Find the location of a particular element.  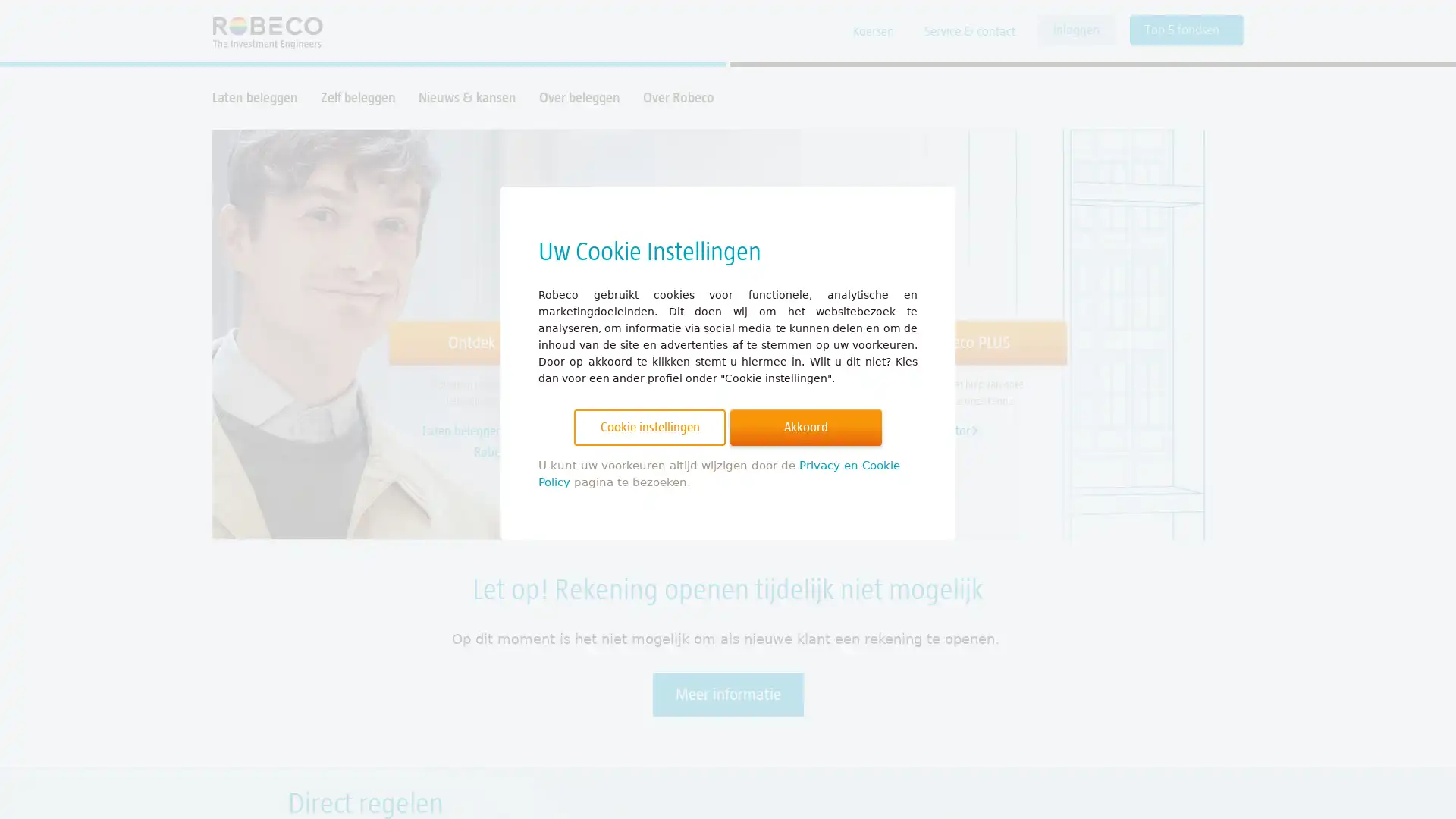

Over Robeco is located at coordinates (677, 97).